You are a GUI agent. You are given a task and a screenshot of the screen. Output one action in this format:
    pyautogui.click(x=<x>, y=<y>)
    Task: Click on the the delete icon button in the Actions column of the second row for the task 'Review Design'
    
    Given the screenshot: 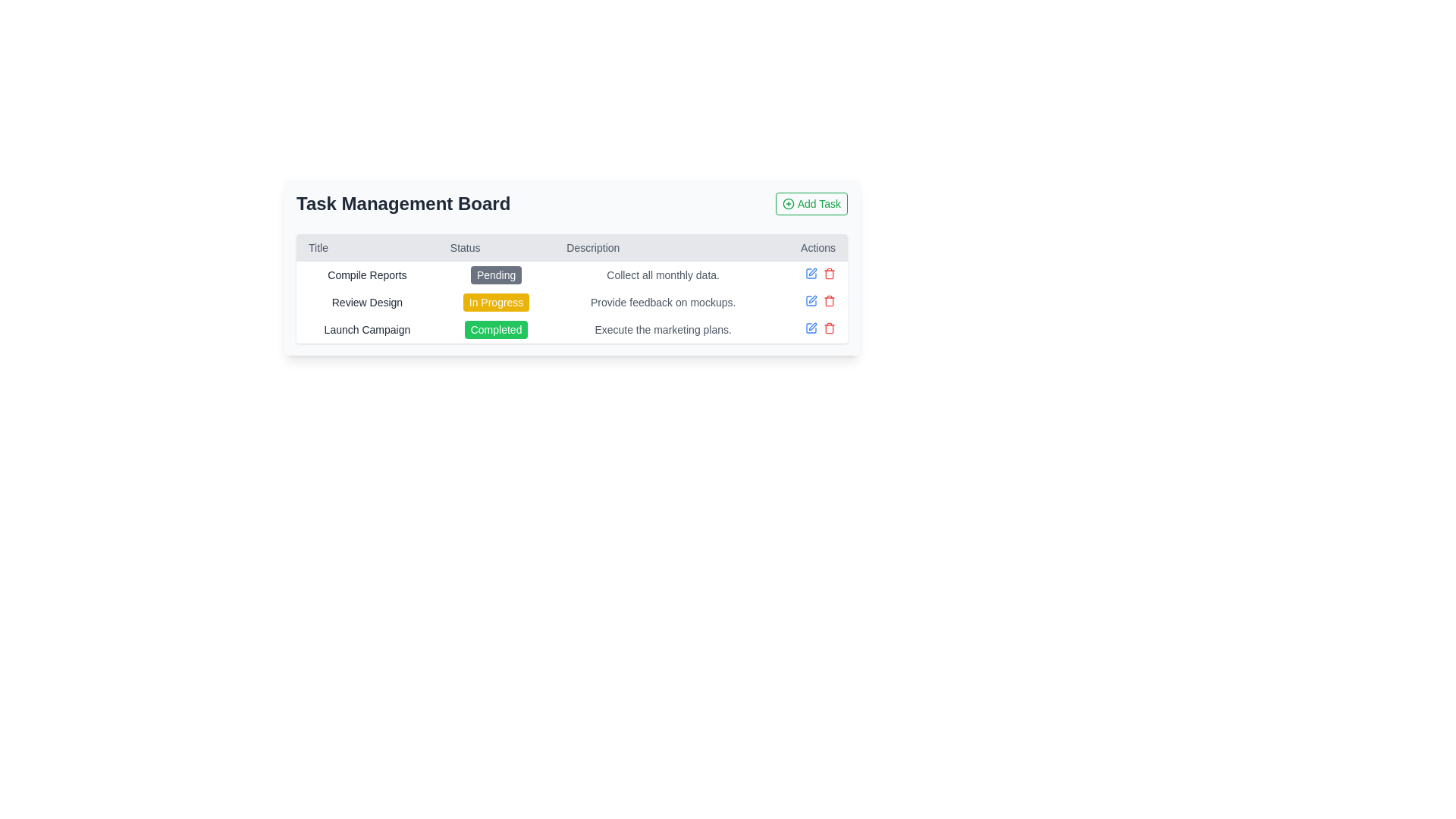 What is the action you would take?
    pyautogui.click(x=829, y=274)
    